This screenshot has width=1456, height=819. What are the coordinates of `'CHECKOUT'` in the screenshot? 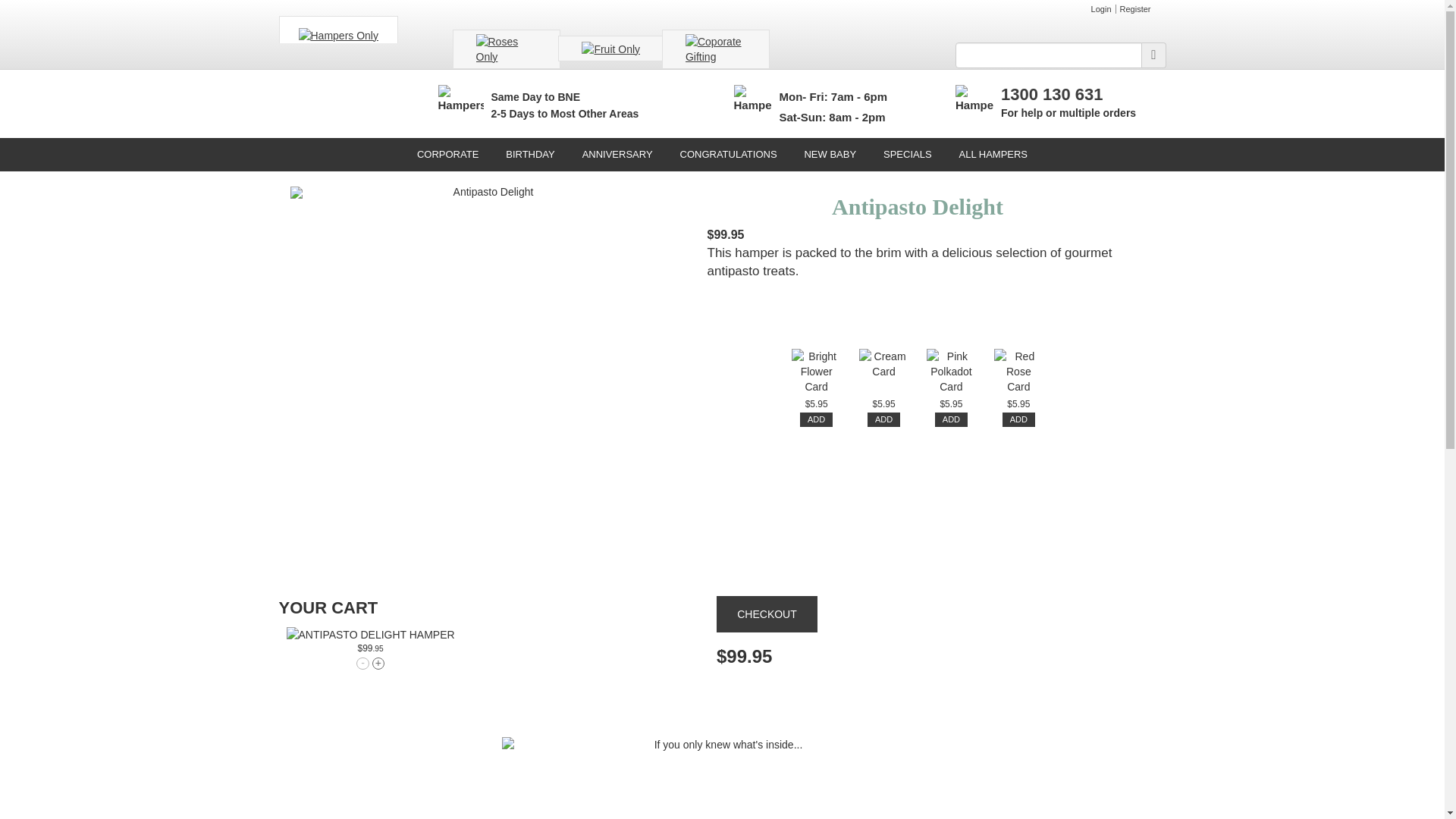 It's located at (767, 614).